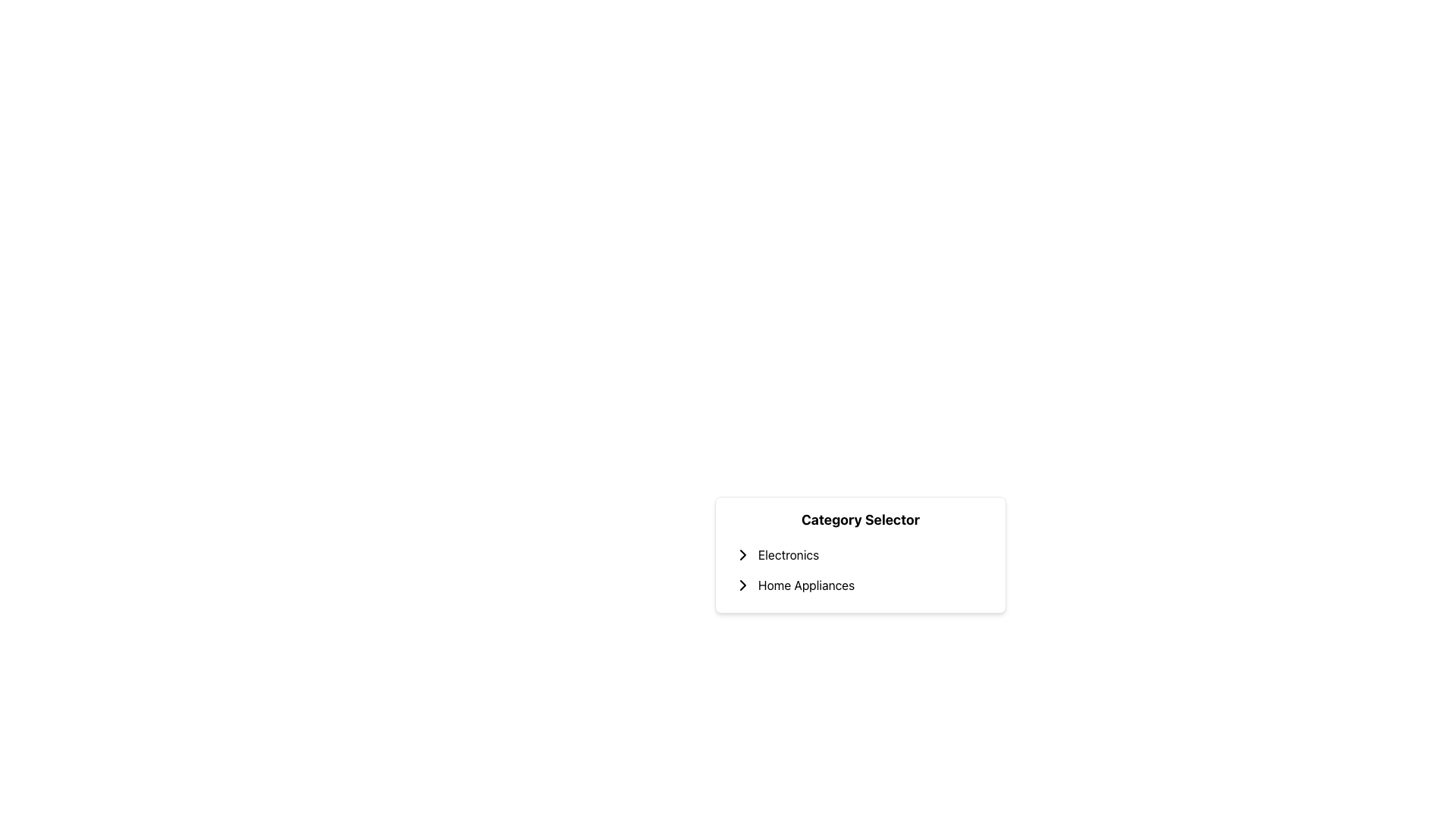  I want to click on the 'Home Appliances' list item with a navigational chevron, so click(860, 584).